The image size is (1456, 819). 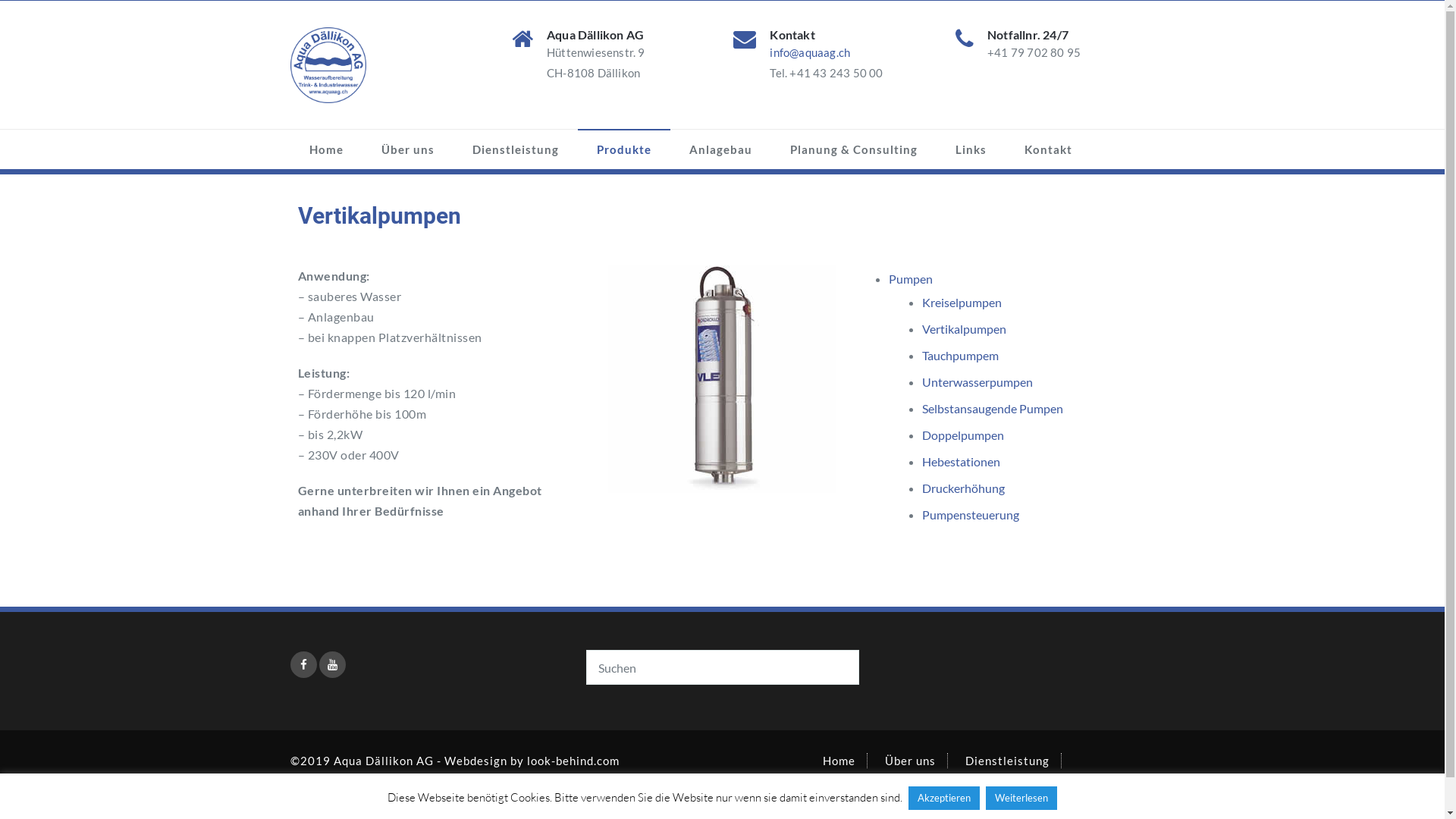 What do you see at coordinates (516, 149) in the screenshot?
I see `'Dienstleistung'` at bounding box center [516, 149].